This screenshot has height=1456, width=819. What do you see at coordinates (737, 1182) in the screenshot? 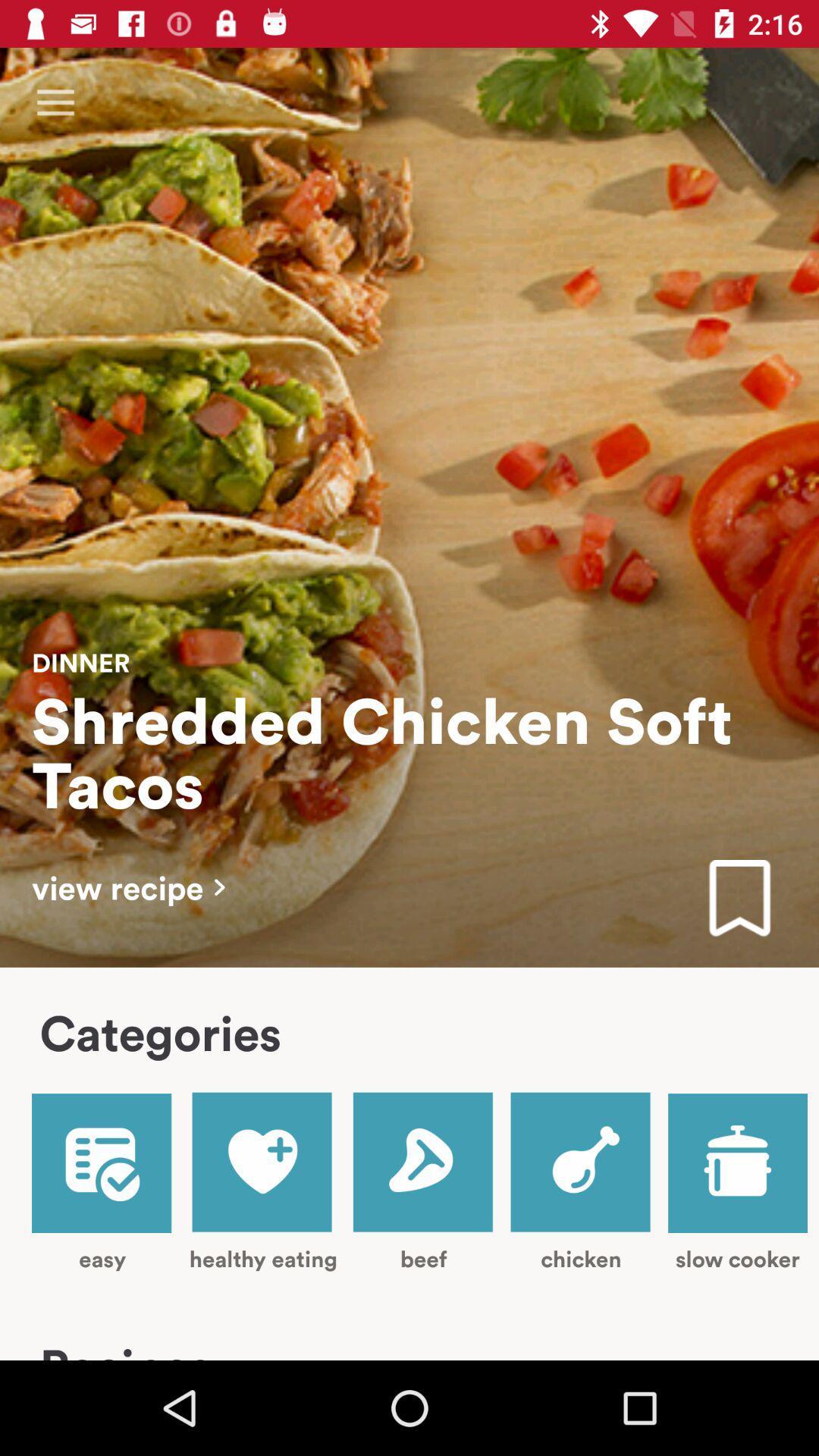
I see `the slow cooker icon` at bounding box center [737, 1182].